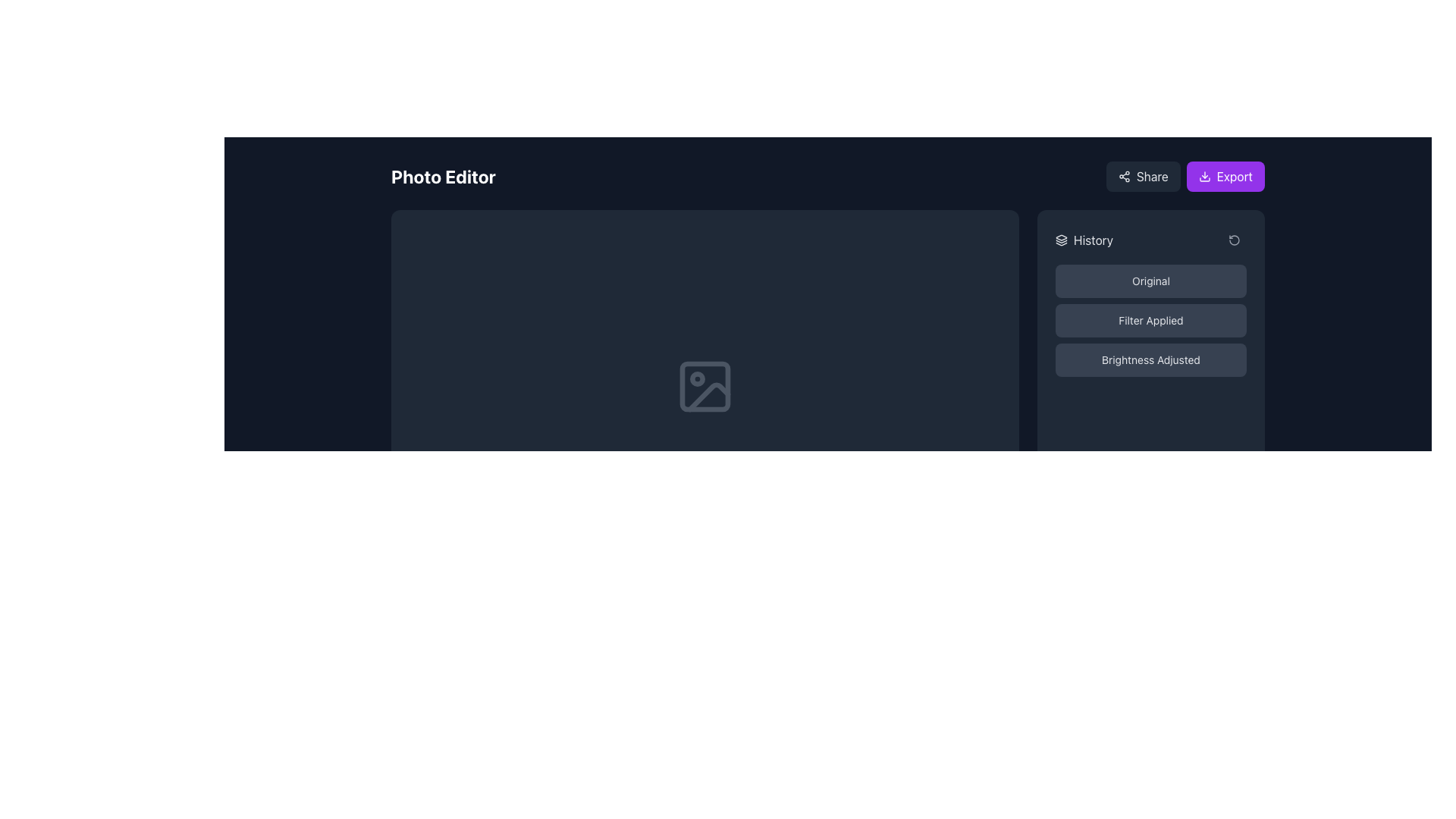  I want to click on the download icon located on the purple 'Export' button in the top-right corner to initiate the export action, so click(1203, 175).